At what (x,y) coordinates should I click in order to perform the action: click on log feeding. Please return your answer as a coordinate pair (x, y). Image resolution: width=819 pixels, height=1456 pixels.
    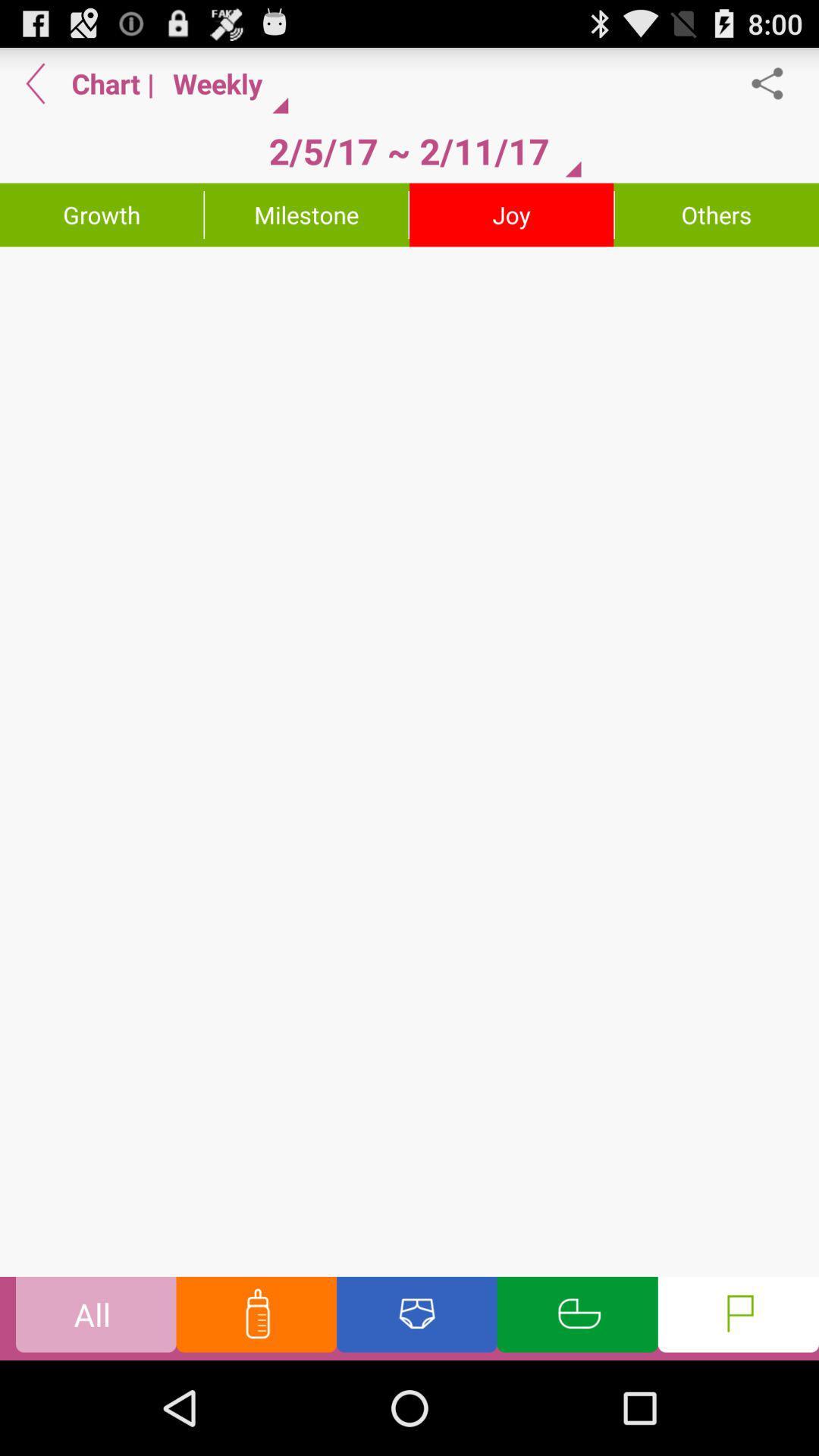
    Looking at the image, I should click on (256, 1317).